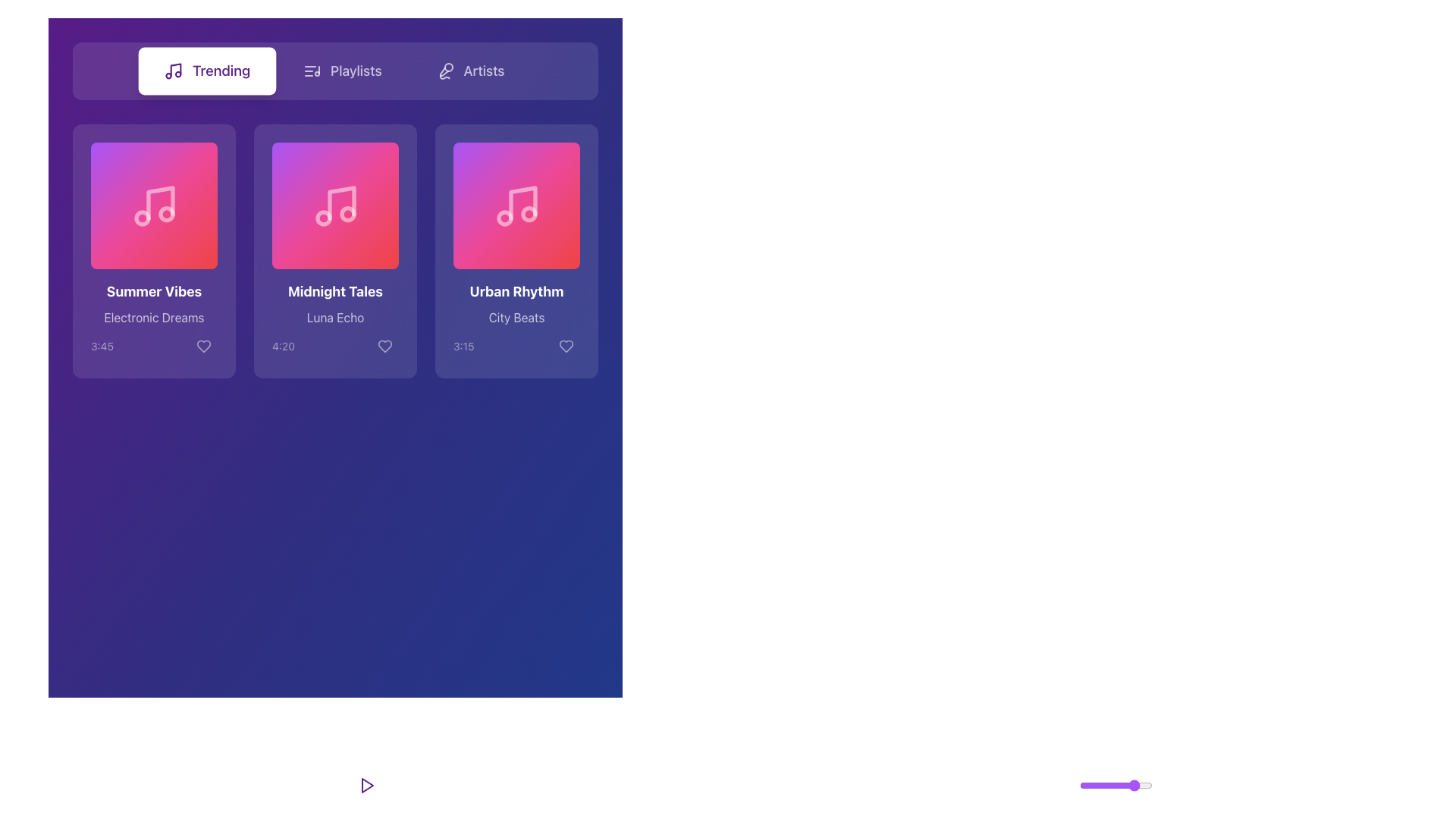  I want to click on the value of the slider, so click(1140, 785).